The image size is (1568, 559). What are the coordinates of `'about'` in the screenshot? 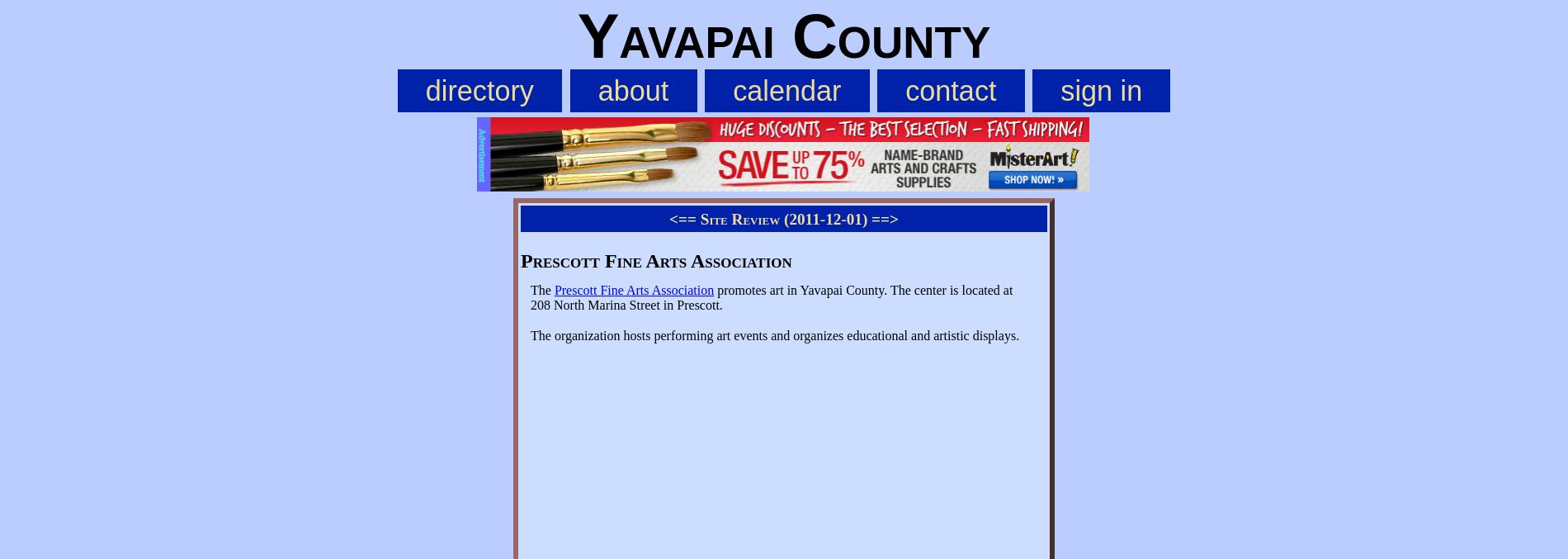 It's located at (632, 91).